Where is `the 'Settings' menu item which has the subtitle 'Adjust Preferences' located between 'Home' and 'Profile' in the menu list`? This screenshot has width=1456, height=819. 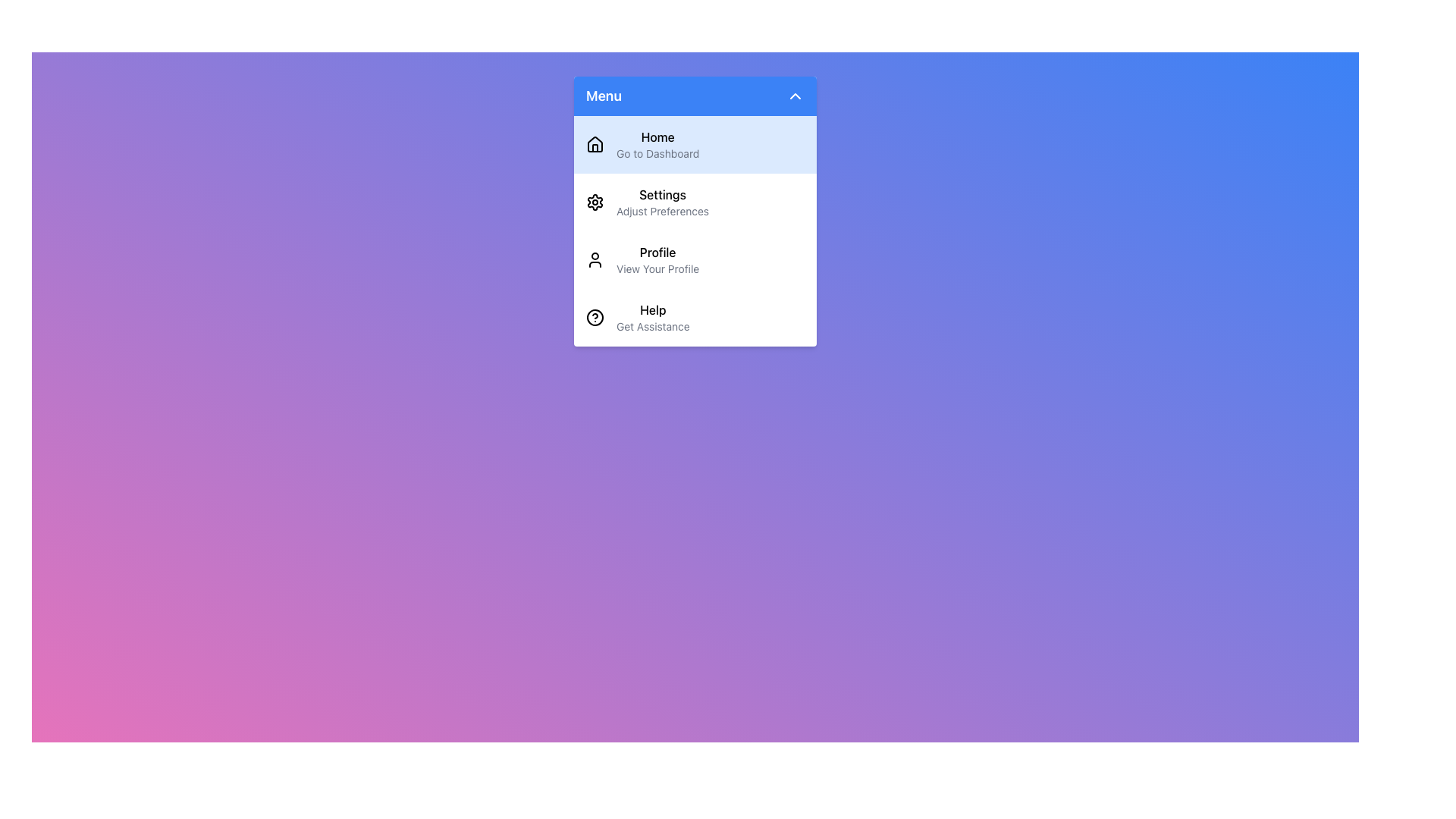 the 'Settings' menu item which has the subtitle 'Adjust Preferences' located between 'Home' and 'Profile' in the menu list is located at coordinates (662, 201).